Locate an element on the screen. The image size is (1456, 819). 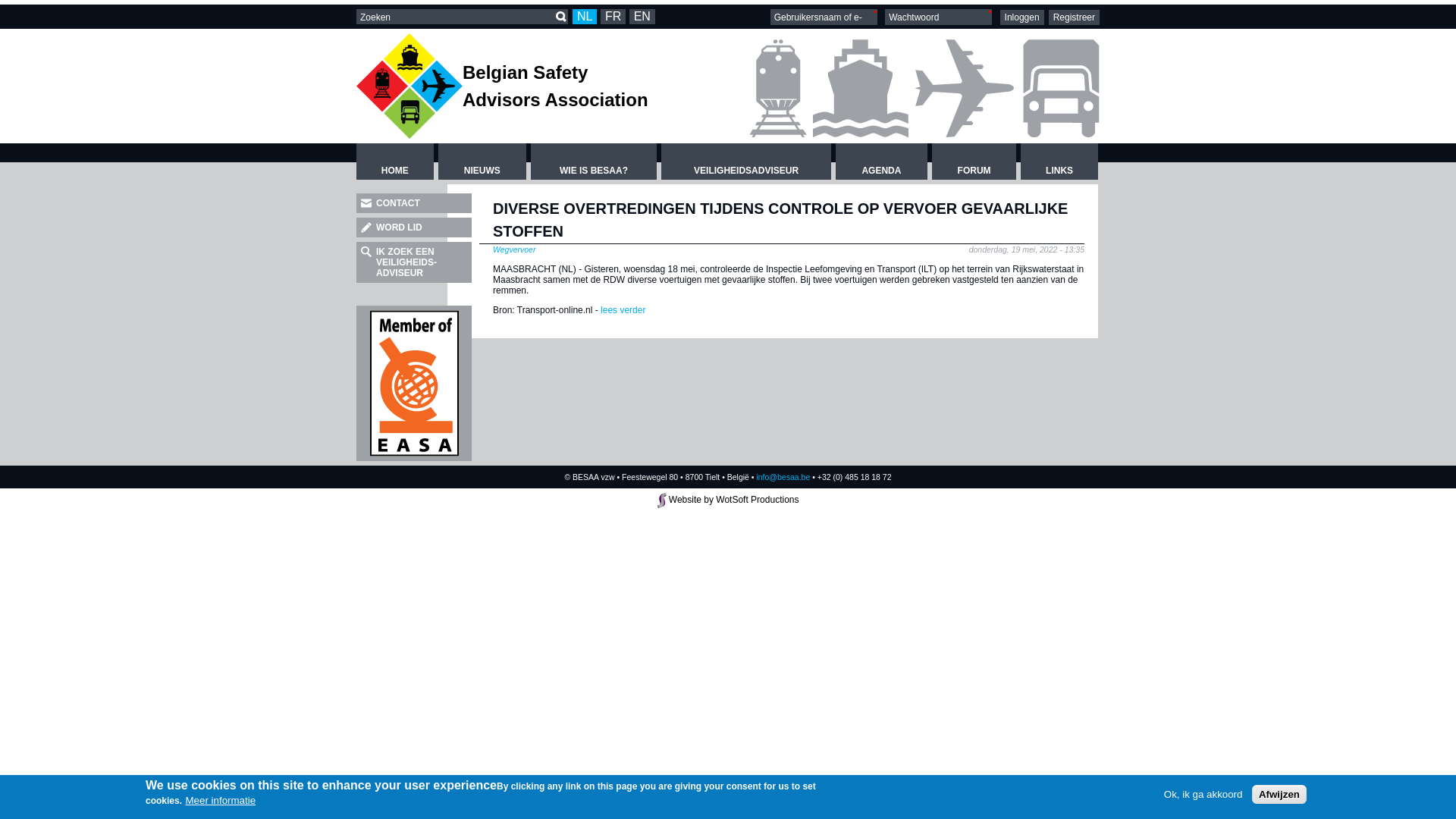
'AGENDA' is located at coordinates (881, 161).